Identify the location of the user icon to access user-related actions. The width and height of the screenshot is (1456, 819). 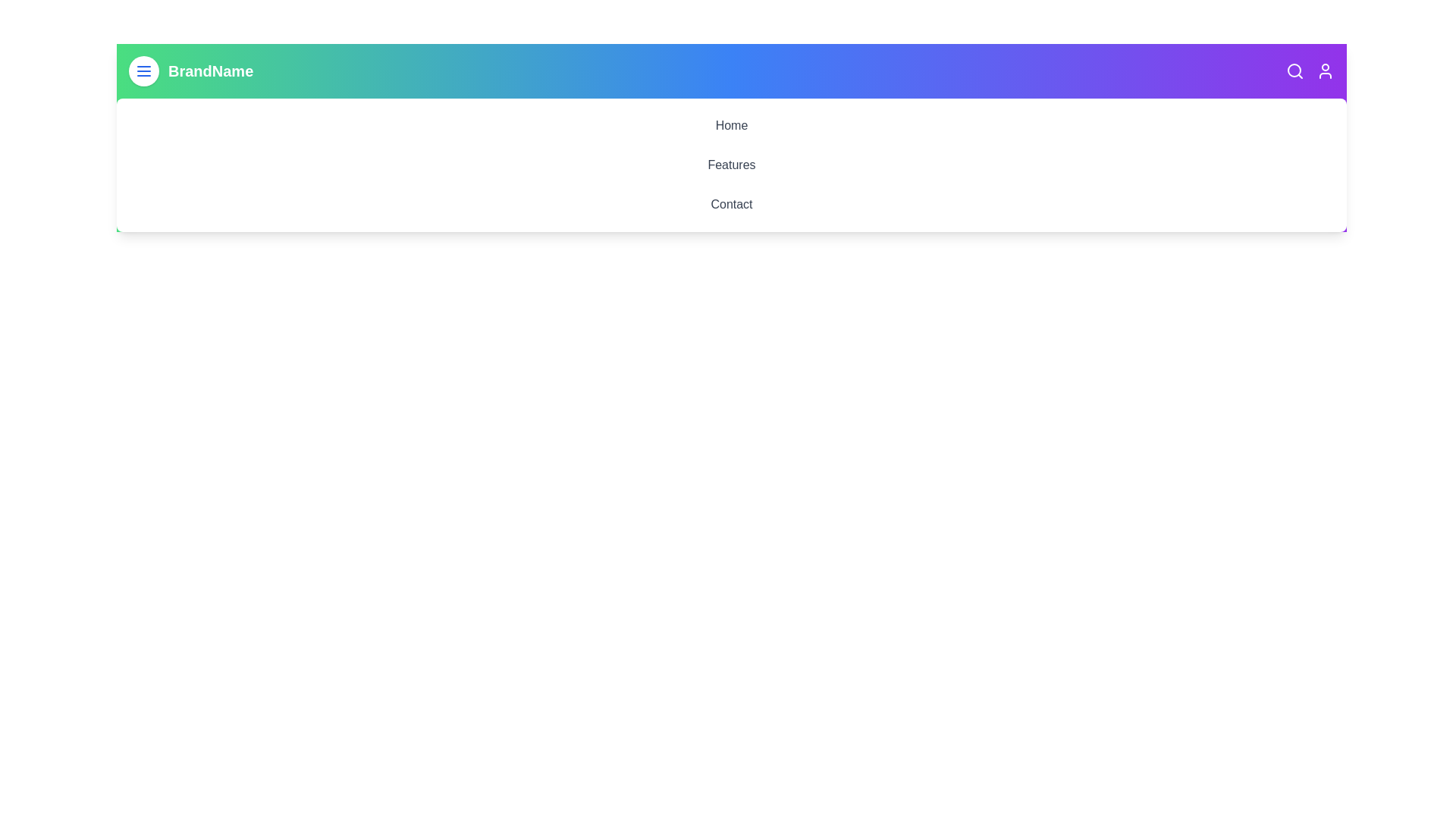
(1324, 71).